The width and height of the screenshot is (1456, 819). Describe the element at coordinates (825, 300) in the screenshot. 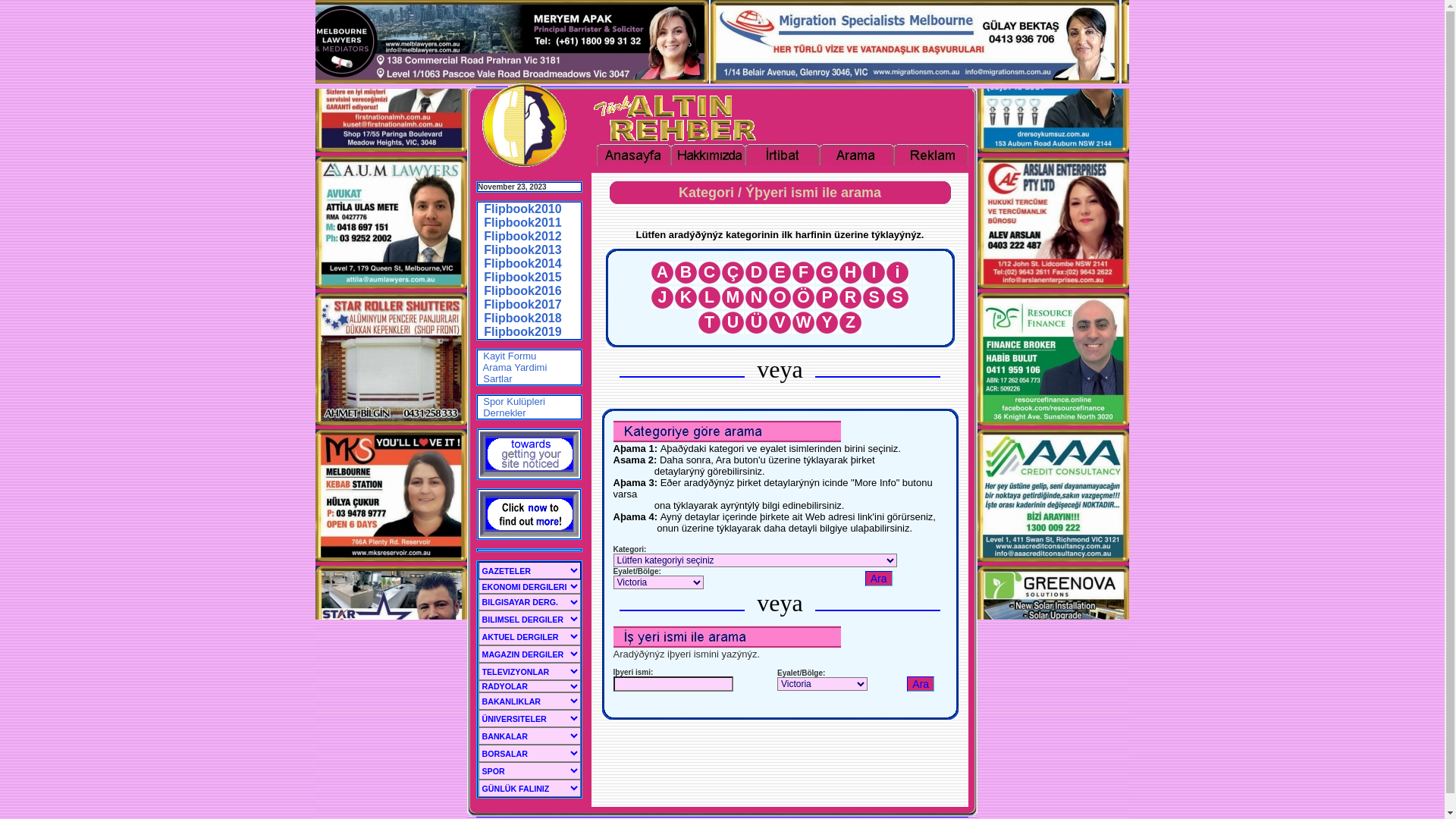

I see `'P'` at that location.